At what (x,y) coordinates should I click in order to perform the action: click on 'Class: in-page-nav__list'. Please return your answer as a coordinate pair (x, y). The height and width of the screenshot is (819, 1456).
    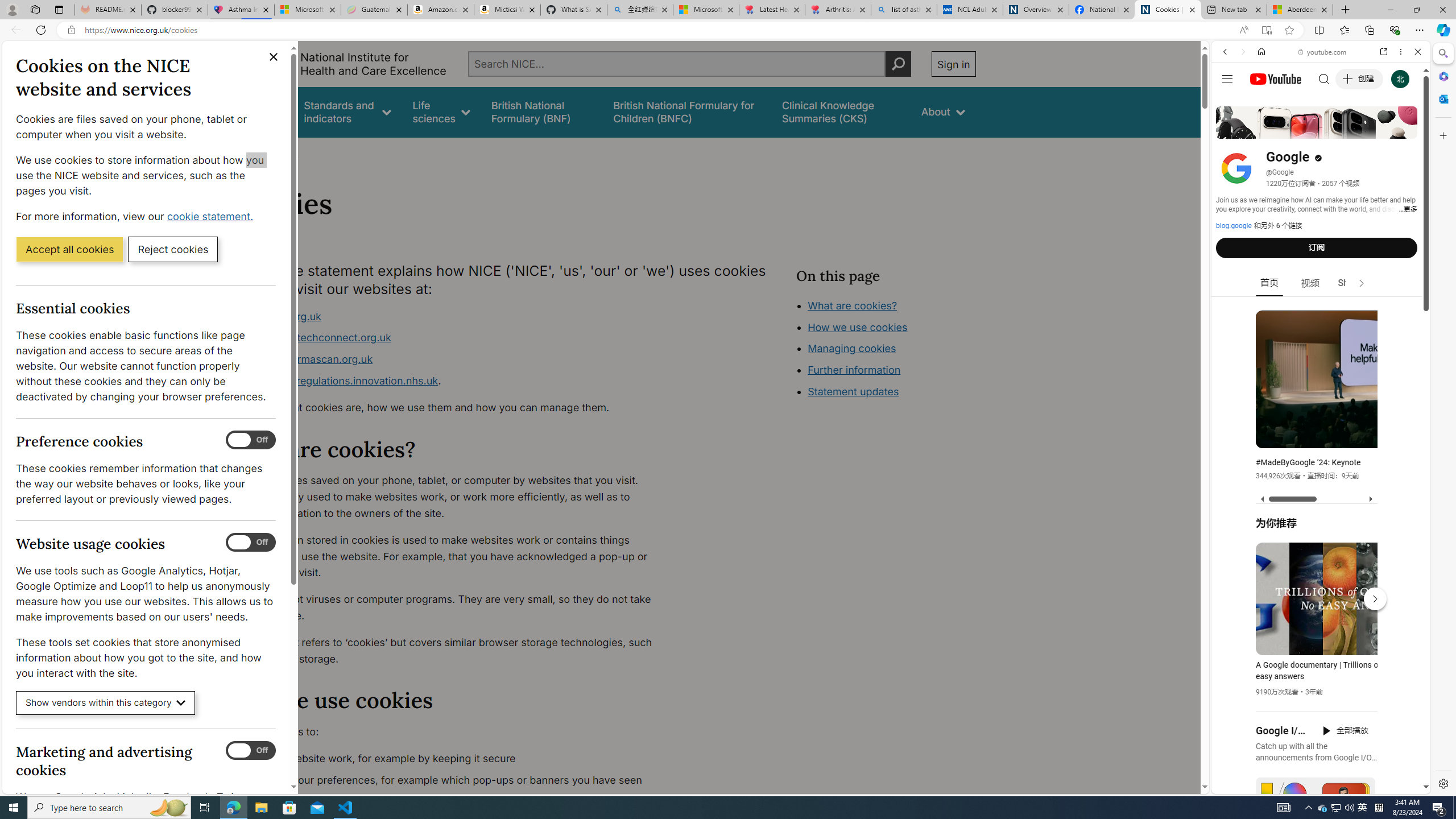
    Looking at the image, I should click on (885, 349).